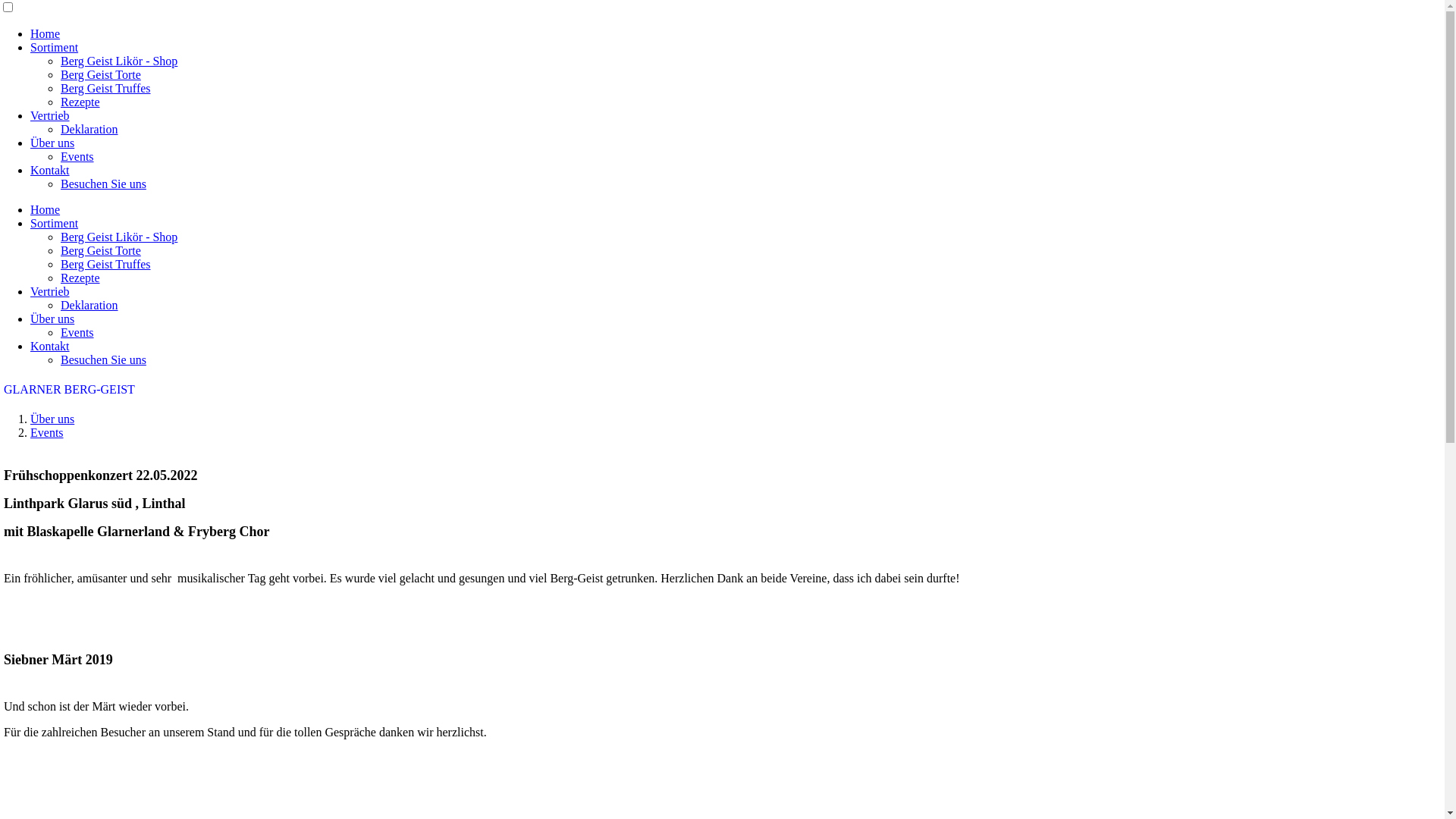 Image resolution: width=1456 pixels, height=819 pixels. What do you see at coordinates (102, 359) in the screenshot?
I see `'Besuchen Sie uns'` at bounding box center [102, 359].